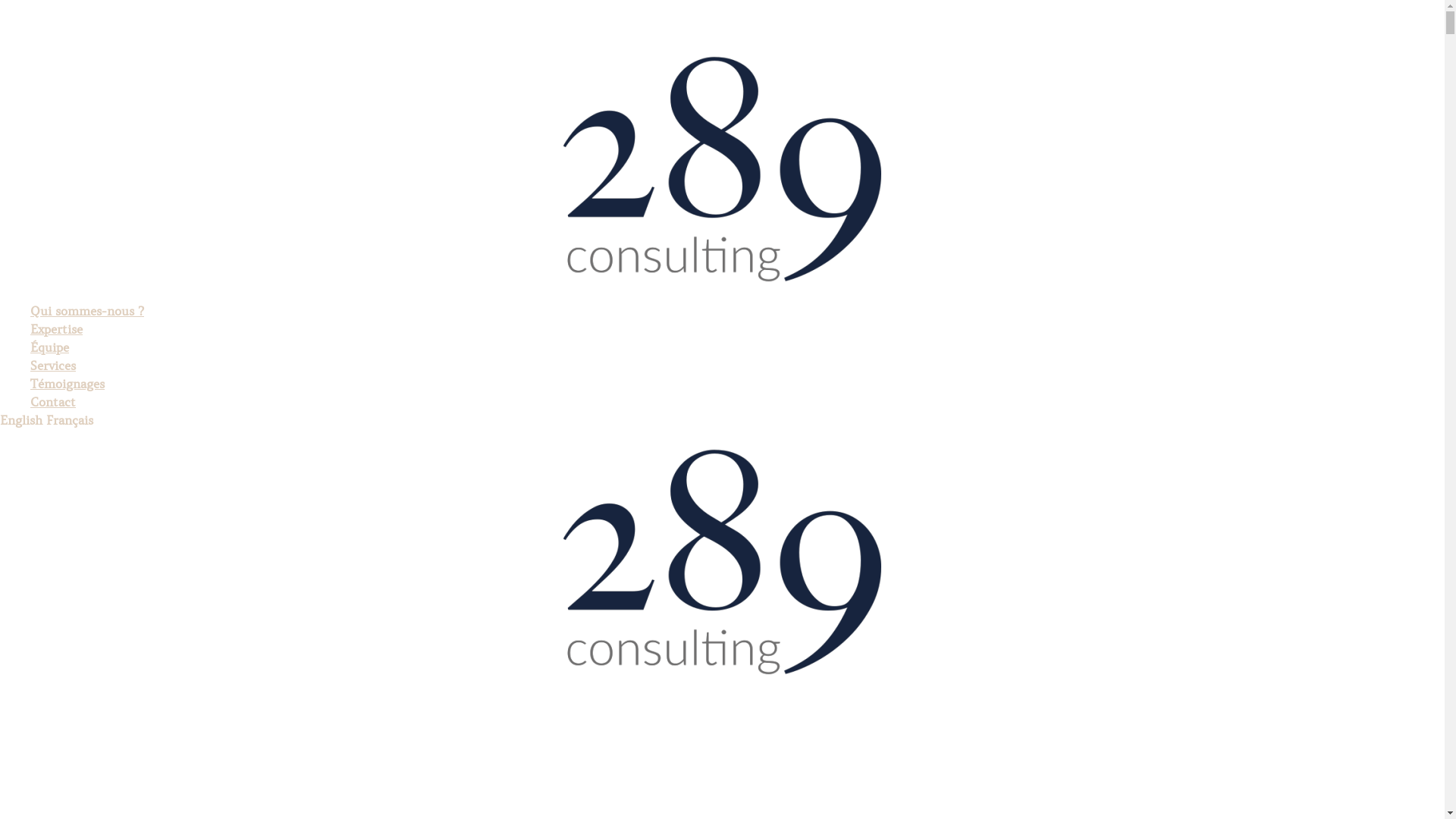  What do you see at coordinates (53, 400) in the screenshot?
I see `'Contact'` at bounding box center [53, 400].